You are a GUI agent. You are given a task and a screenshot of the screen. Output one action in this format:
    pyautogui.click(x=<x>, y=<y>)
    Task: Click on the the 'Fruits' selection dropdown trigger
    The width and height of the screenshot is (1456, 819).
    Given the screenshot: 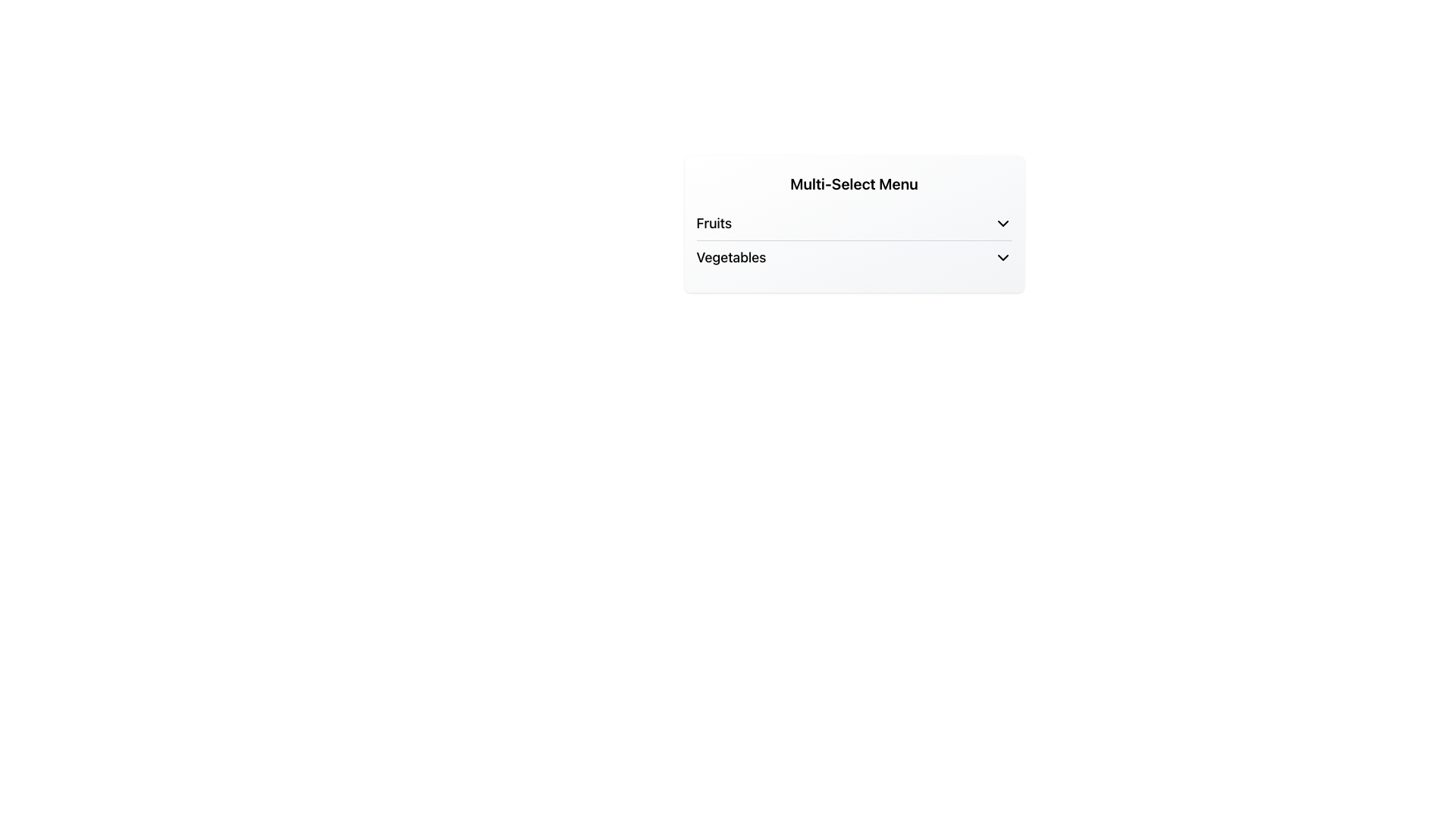 What is the action you would take?
    pyautogui.click(x=854, y=223)
    